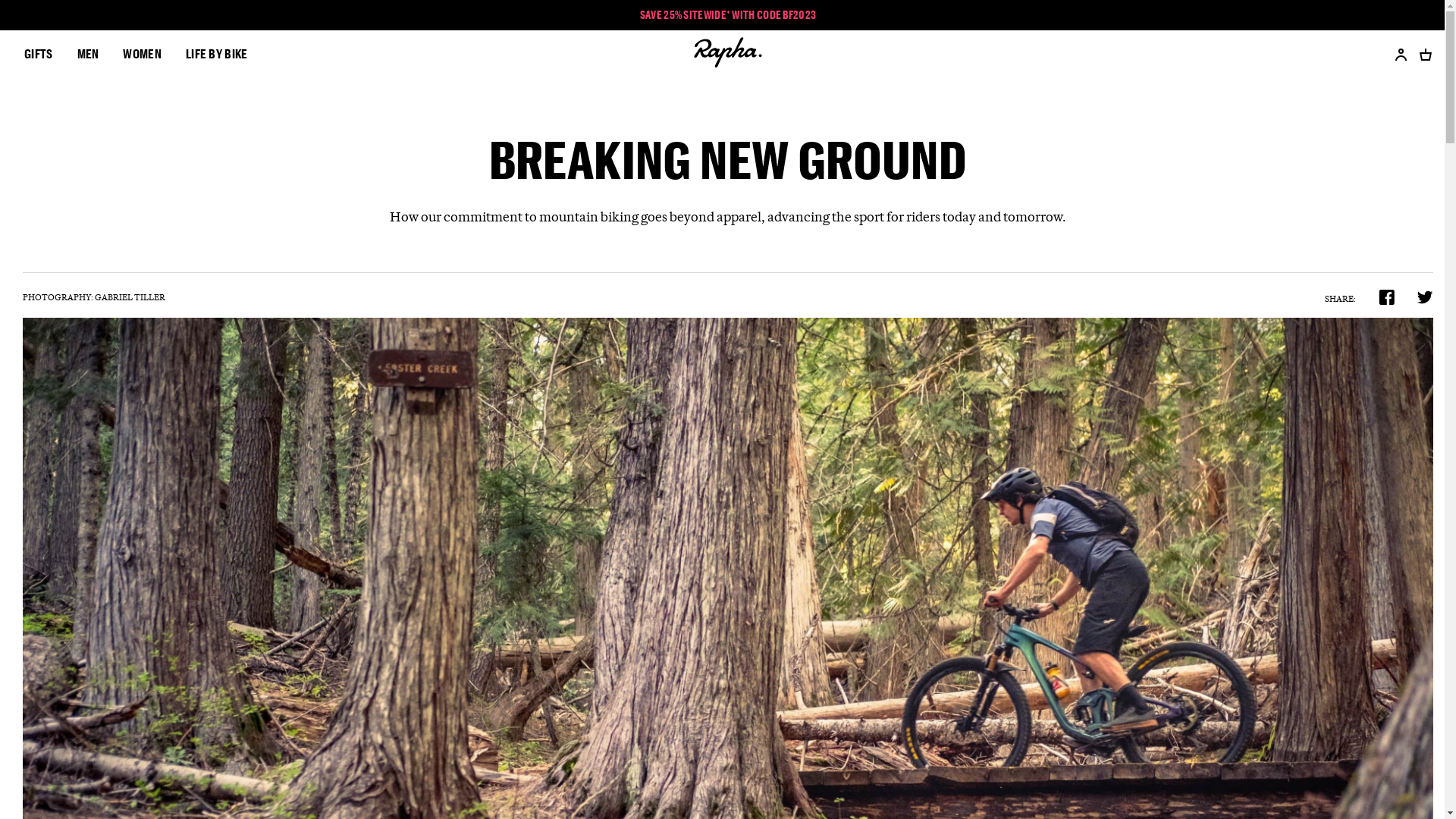  Describe the element at coordinates (1395, 54) in the screenshot. I see `'Account'` at that location.